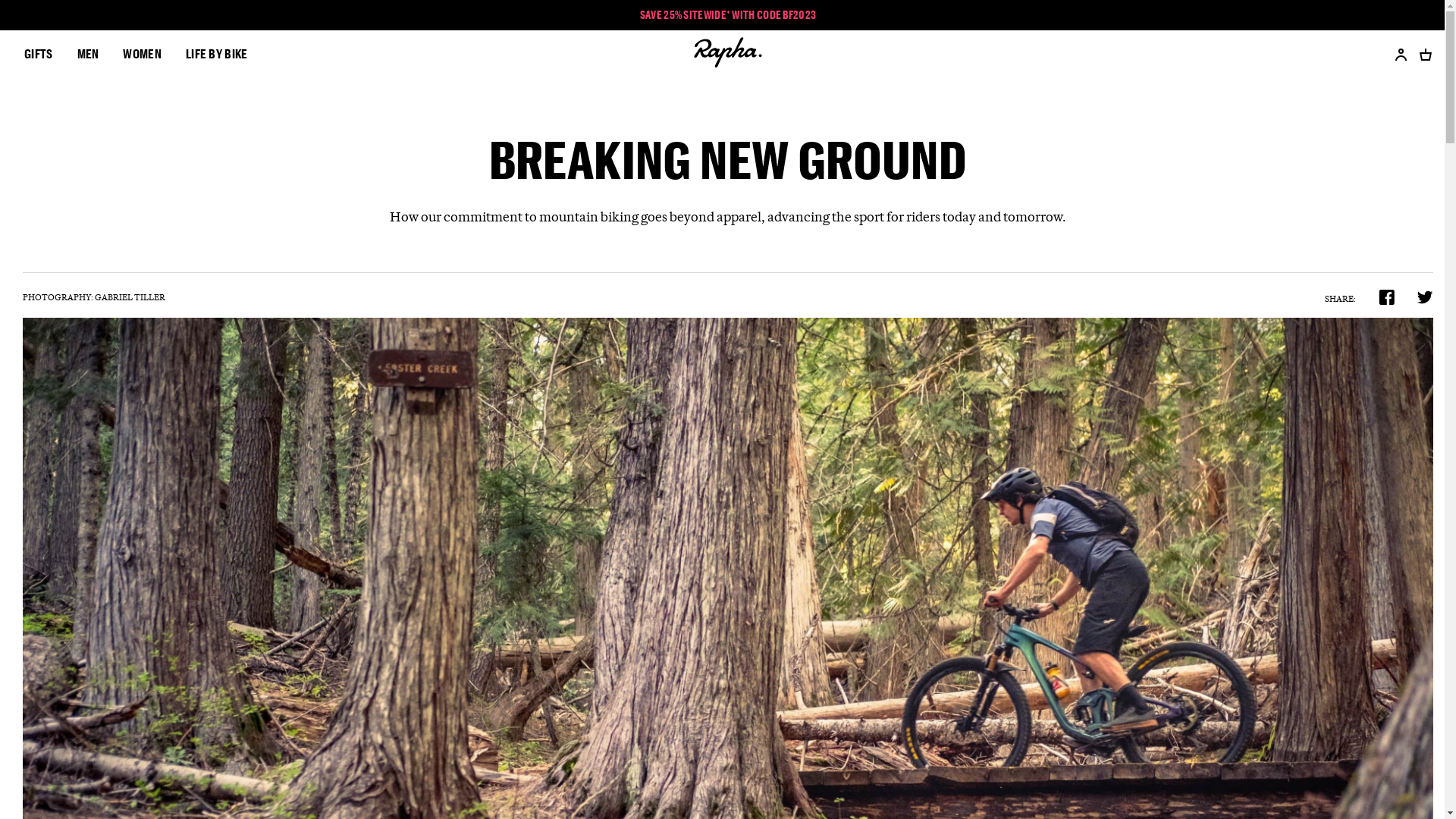  Describe the element at coordinates (1395, 54) in the screenshot. I see `'Account'` at that location.